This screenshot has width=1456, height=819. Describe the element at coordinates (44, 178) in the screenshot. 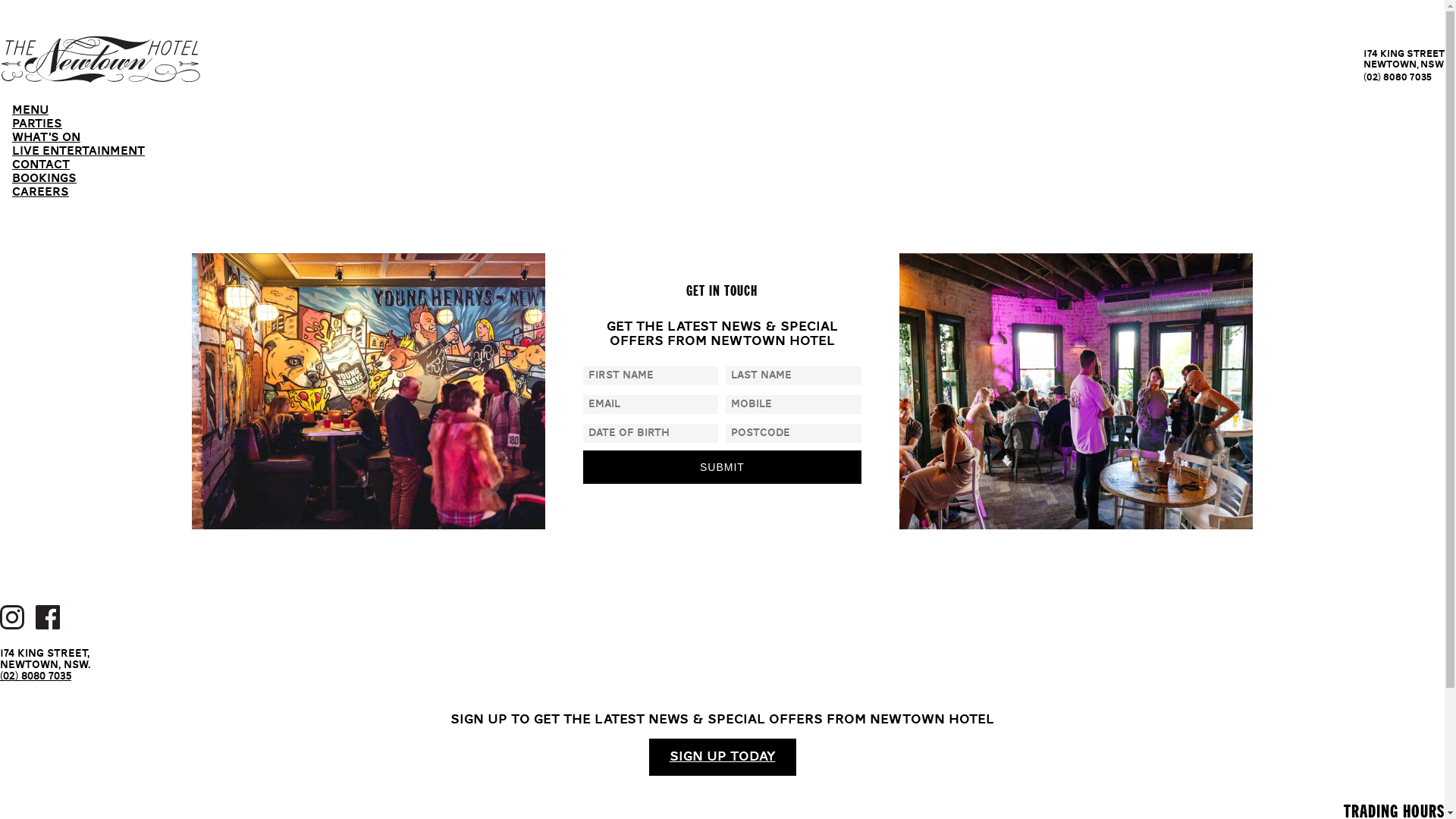

I see `'BOOKINGS'` at that location.